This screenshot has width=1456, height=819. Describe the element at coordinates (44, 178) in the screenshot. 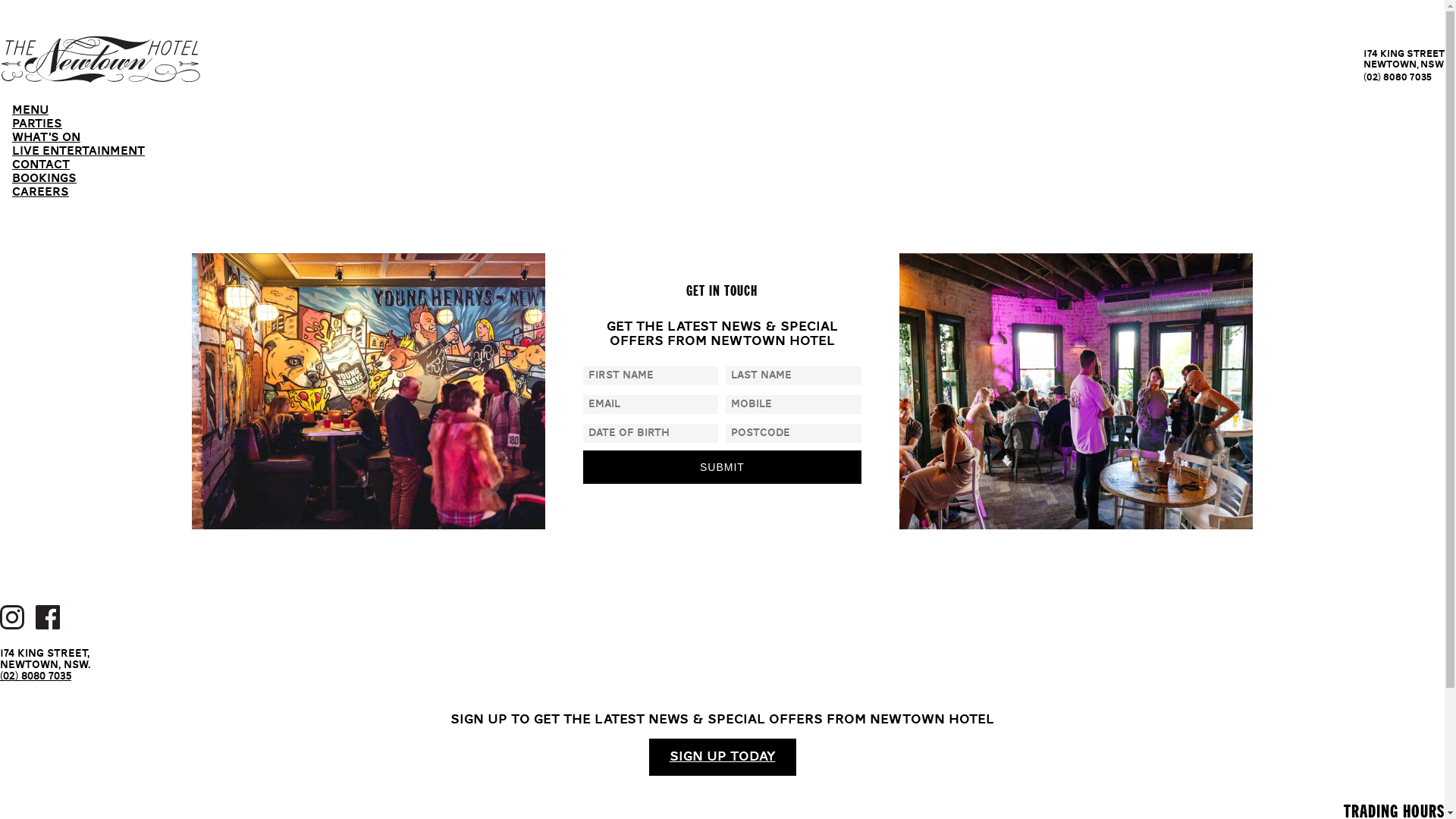

I see `'BOOKINGS'` at that location.